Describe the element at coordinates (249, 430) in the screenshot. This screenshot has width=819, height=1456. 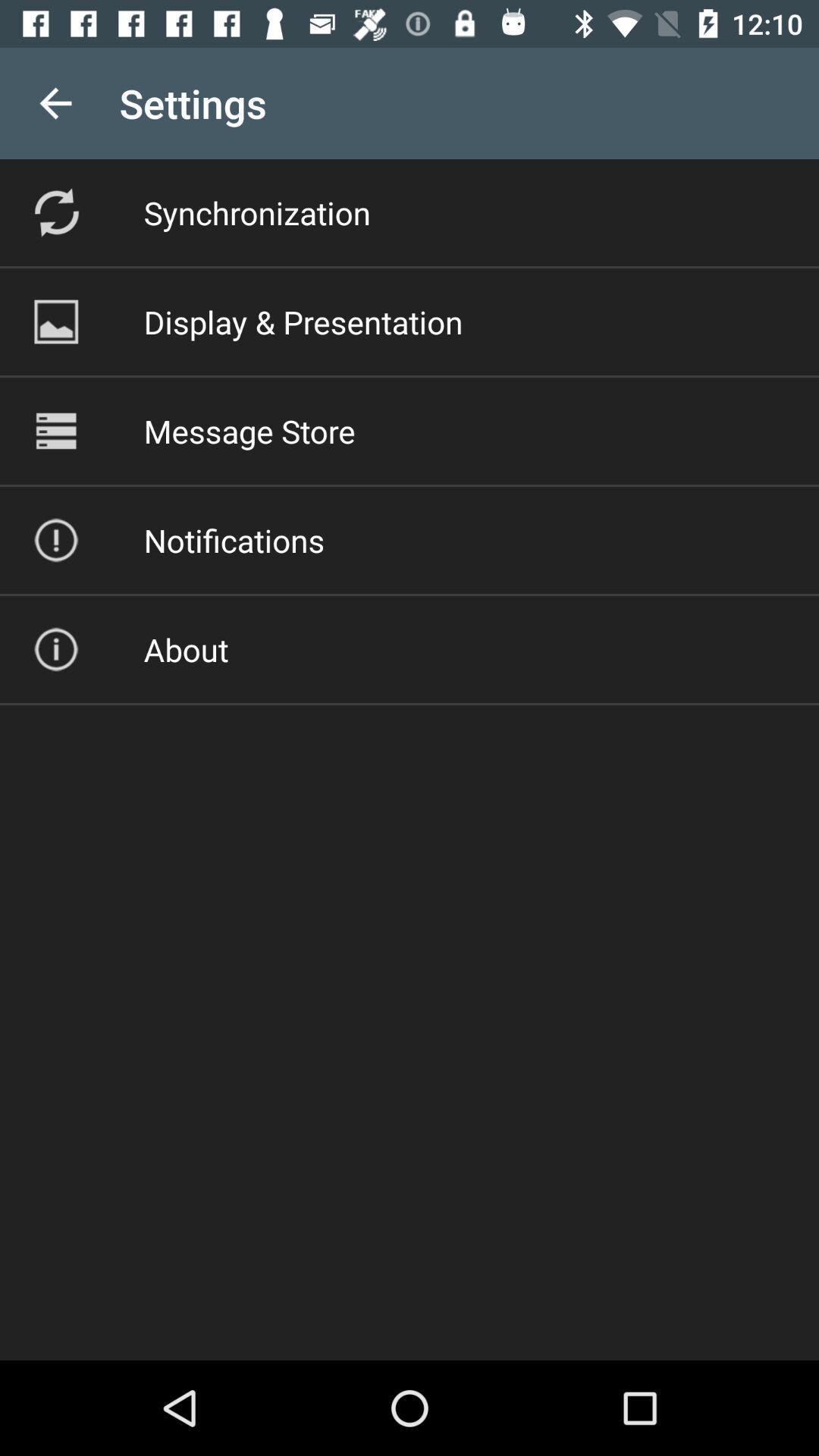
I see `item below display & presentation item` at that location.